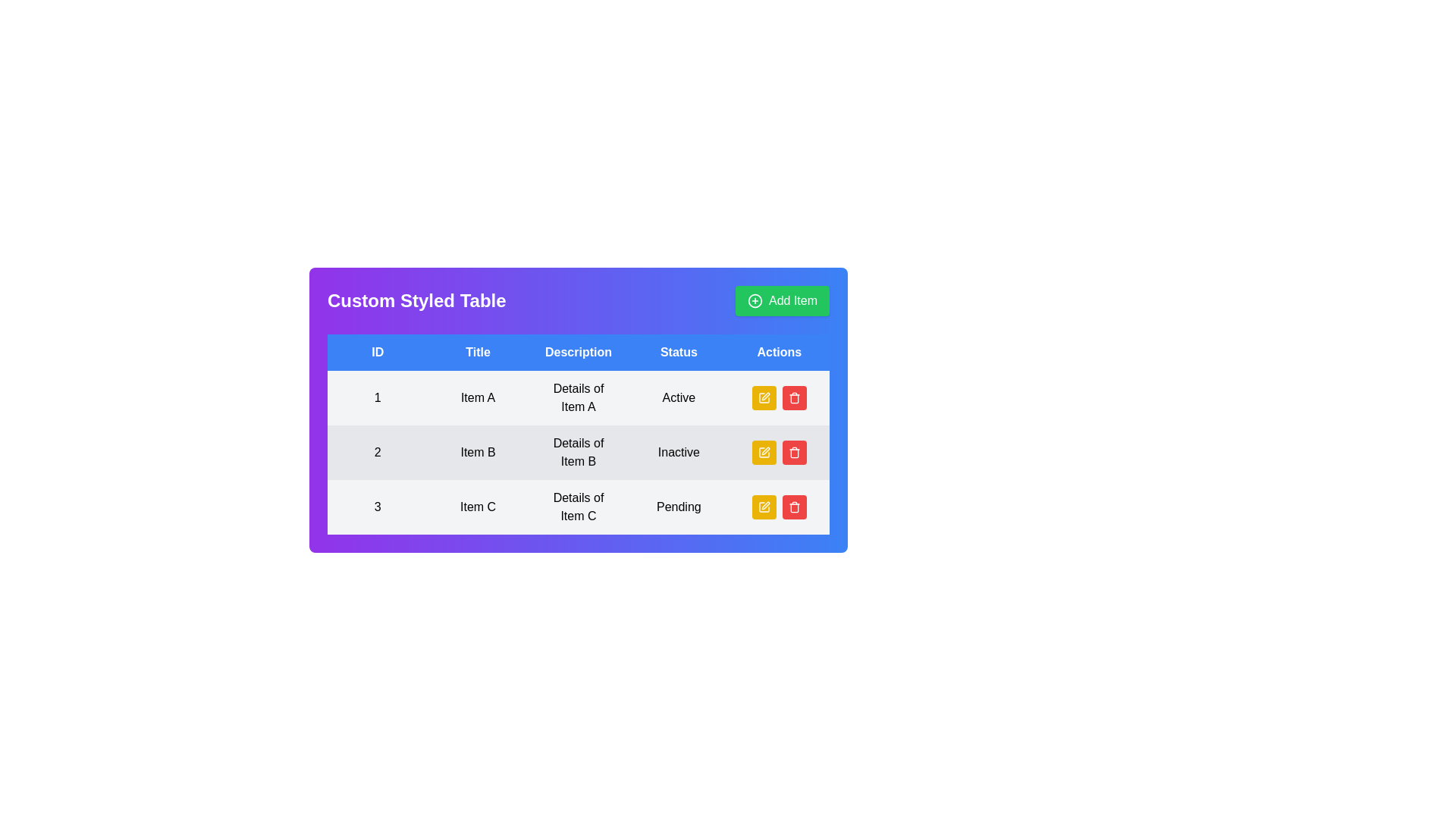 The width and height of the screenshot is (1456, 819). Describe the element at coordinates (477, 507) in the screenshot. I see `the text cell titled 'Item C' in the second column of the third row of the 'Custom Styled Table'` at that location.